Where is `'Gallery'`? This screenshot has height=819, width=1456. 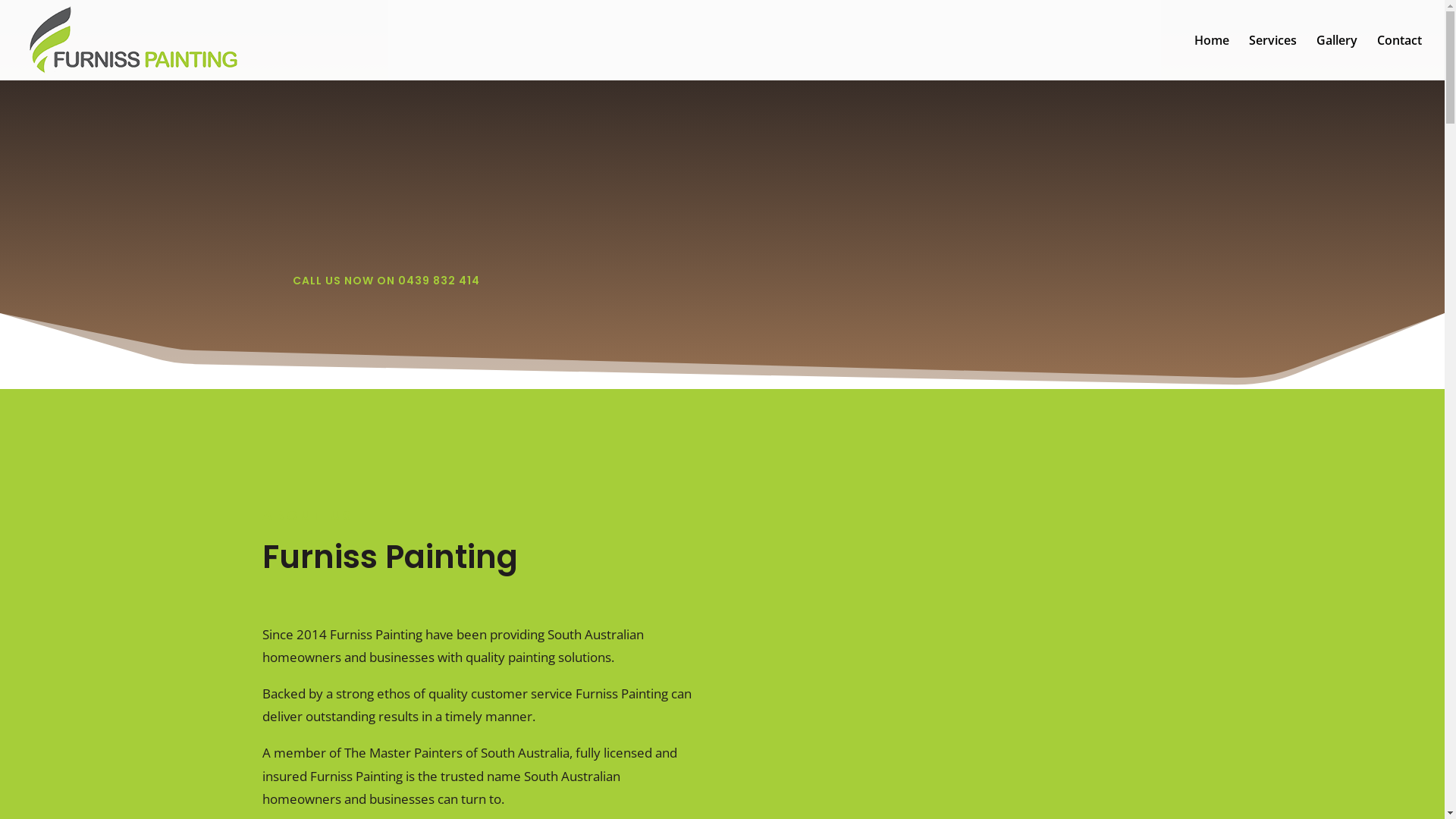 'Gallery' is located at coordinates (1336, 57).